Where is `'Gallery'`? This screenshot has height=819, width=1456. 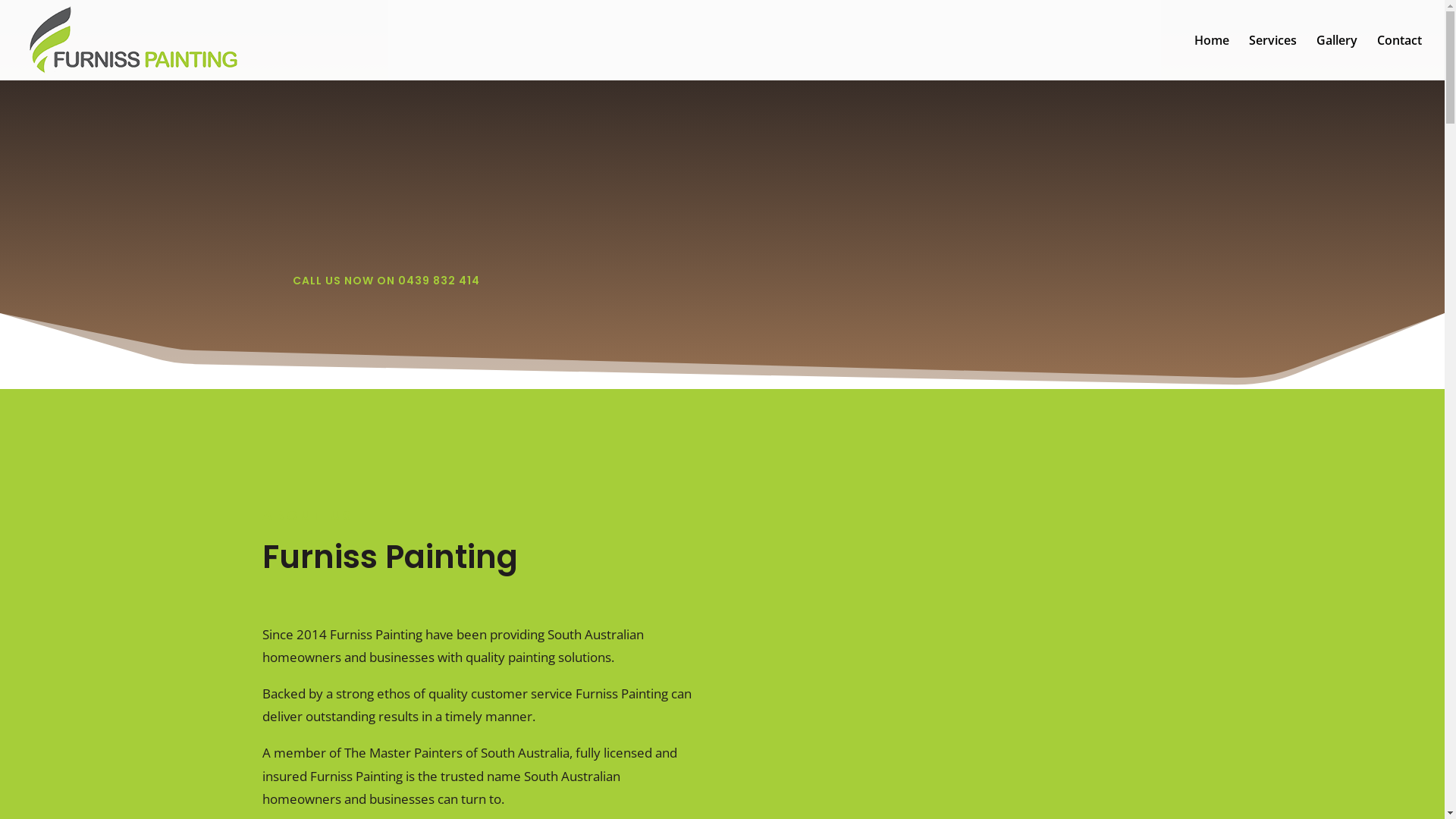 'Gallery' is located at coordinates (1336, 57).